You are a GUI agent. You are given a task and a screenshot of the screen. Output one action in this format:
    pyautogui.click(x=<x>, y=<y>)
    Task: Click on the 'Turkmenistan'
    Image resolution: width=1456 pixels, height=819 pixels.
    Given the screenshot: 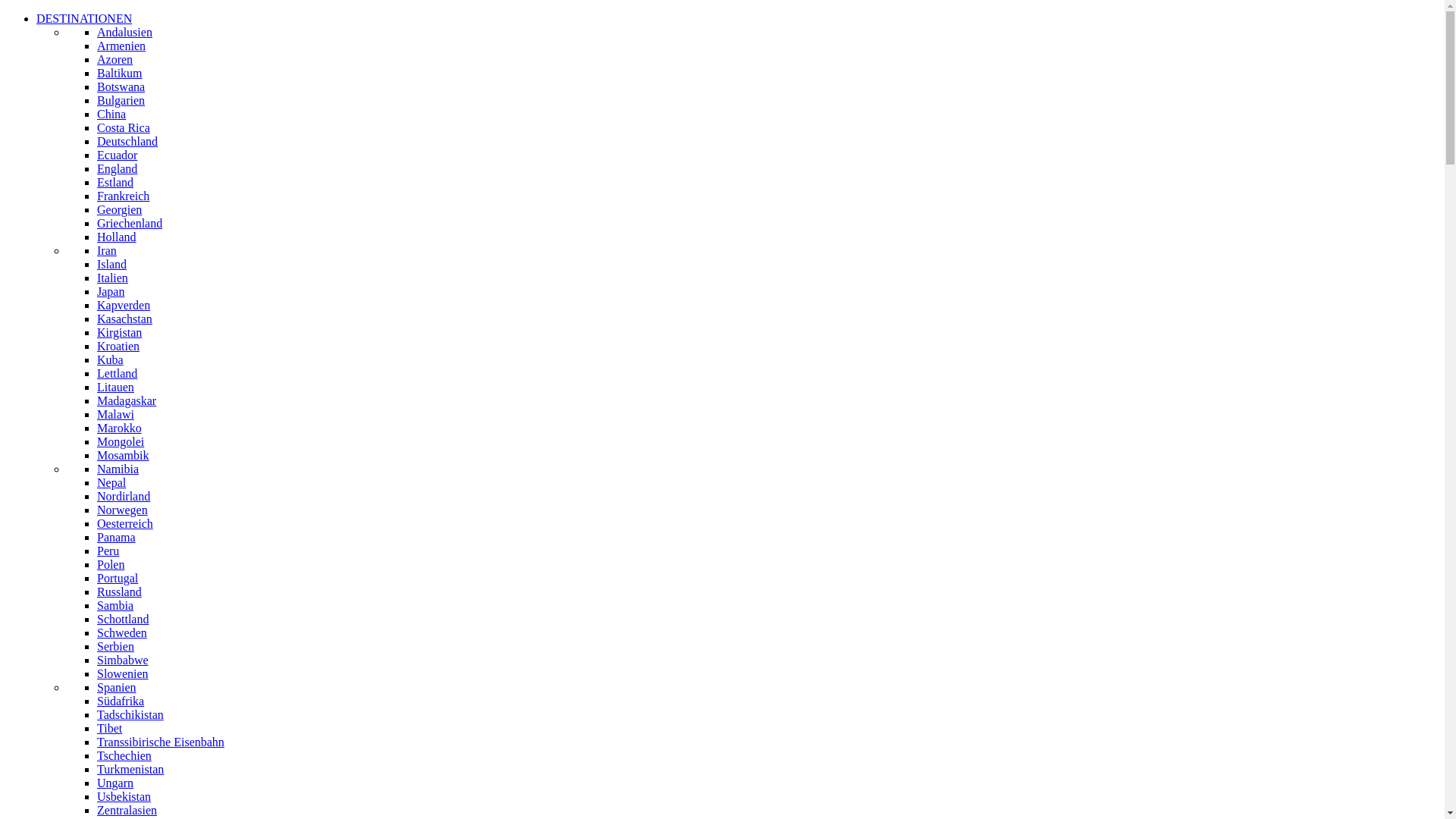 What is the action you would take?
    pyautogui.click(x=130, y=769)
    